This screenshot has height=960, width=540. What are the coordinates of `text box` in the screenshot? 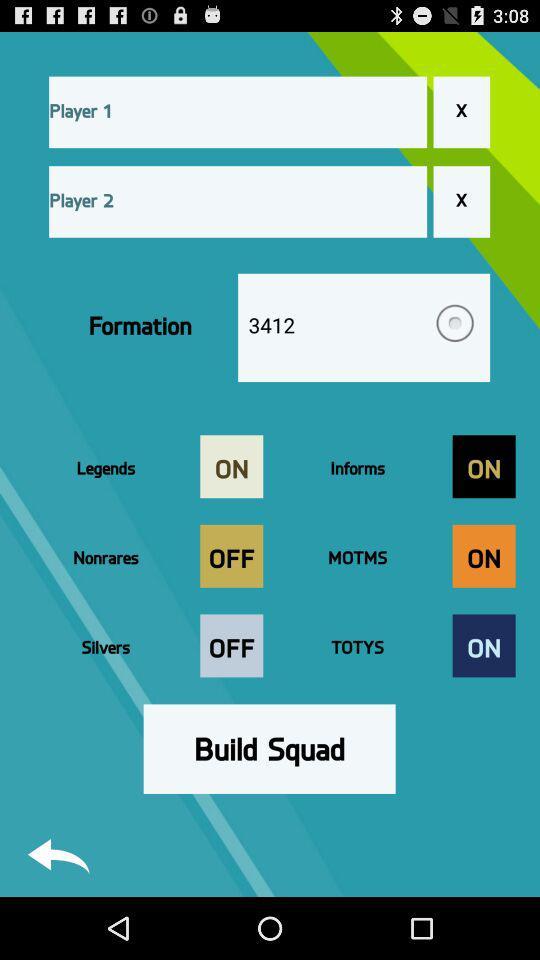 It's located at (238, 111).